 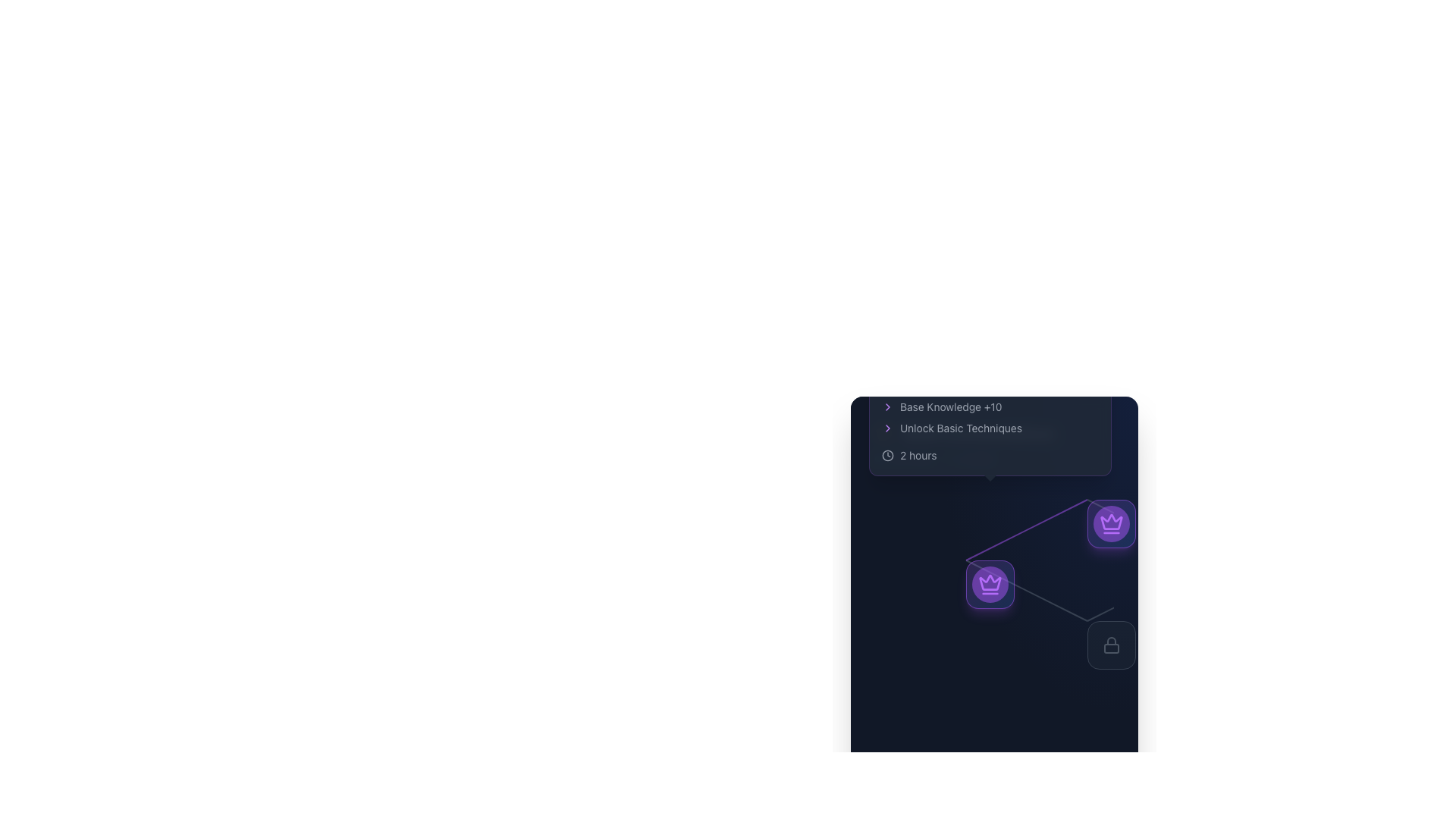 I want to click on the modern light gray outlined lock icon centered within its rounded-rectangle design, so click(x=1111, y=645).